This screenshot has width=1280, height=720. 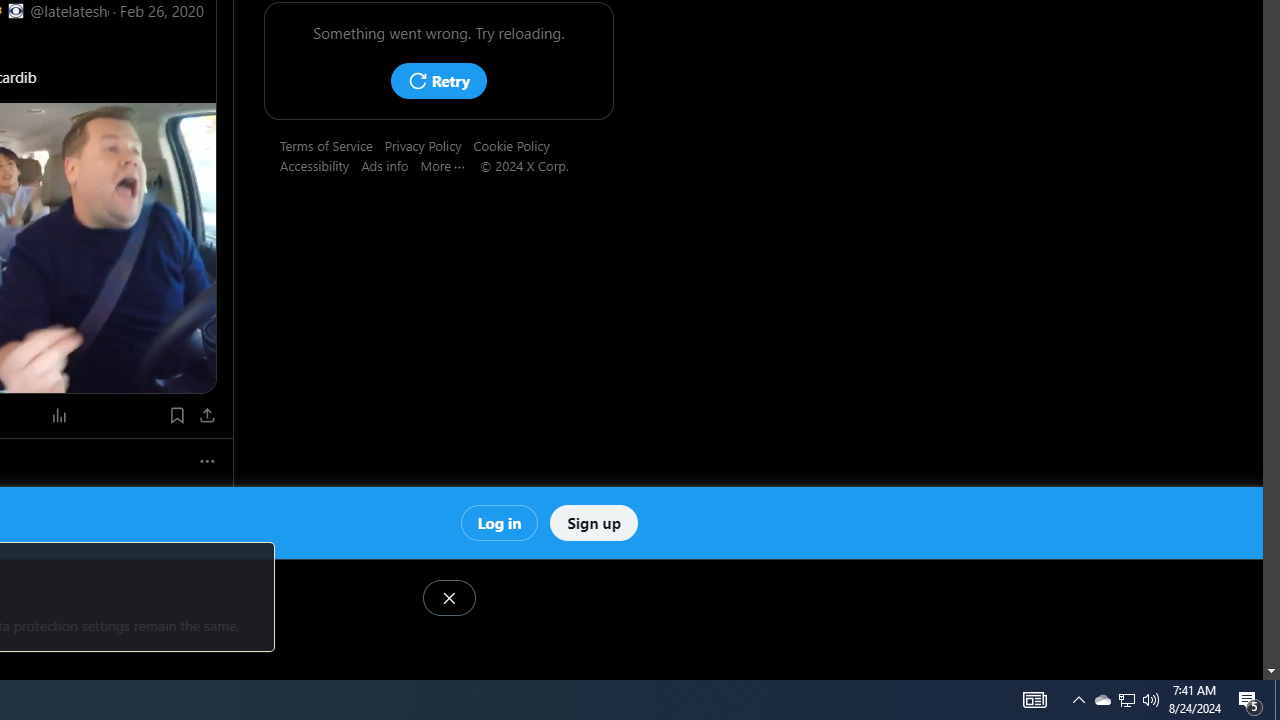 I want to click on 'Privacy Policy', so click(x=427, y=144).